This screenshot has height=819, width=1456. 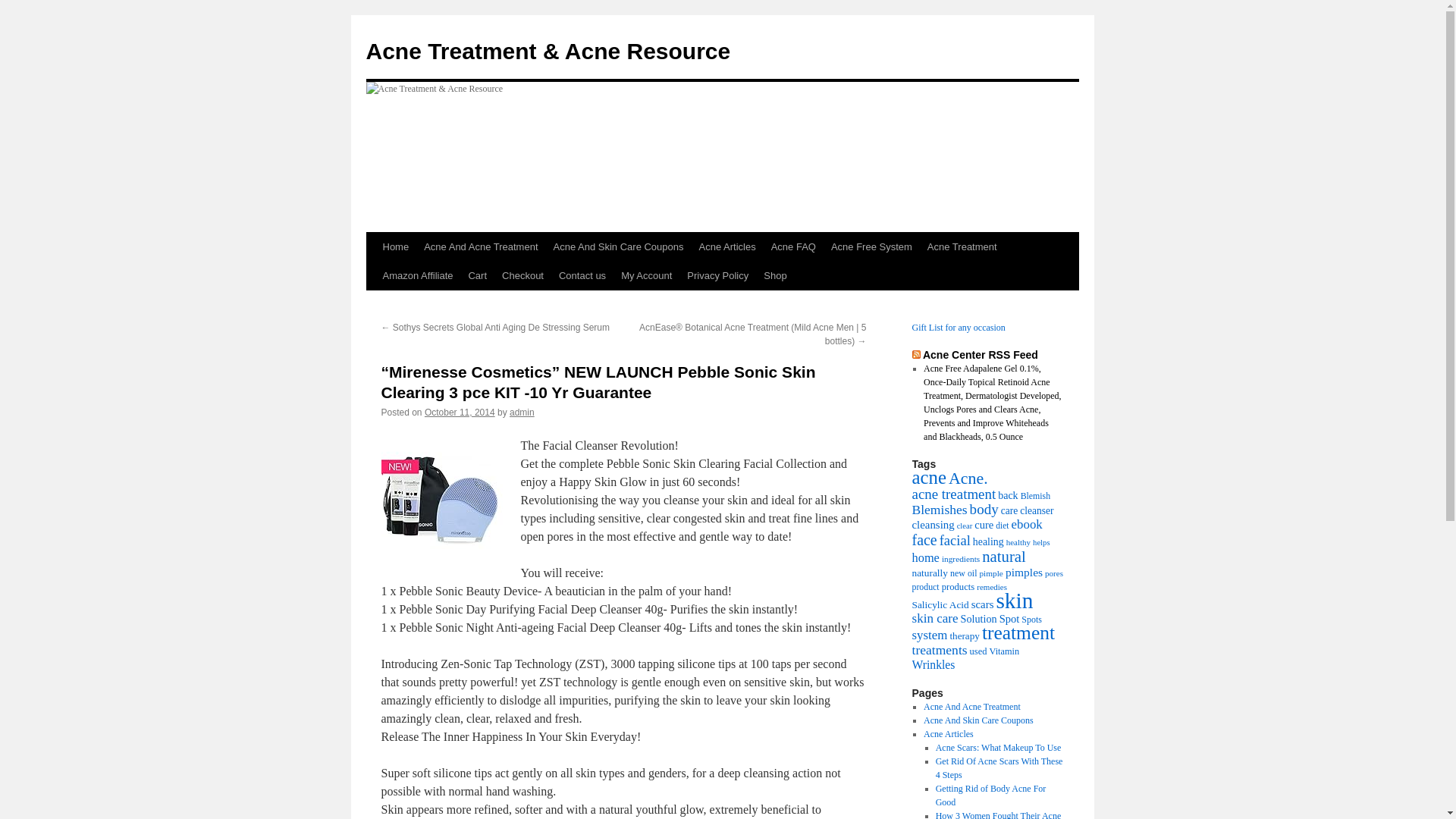 I want to click on 'Salicylic Acid', so click(x=939, y=604).